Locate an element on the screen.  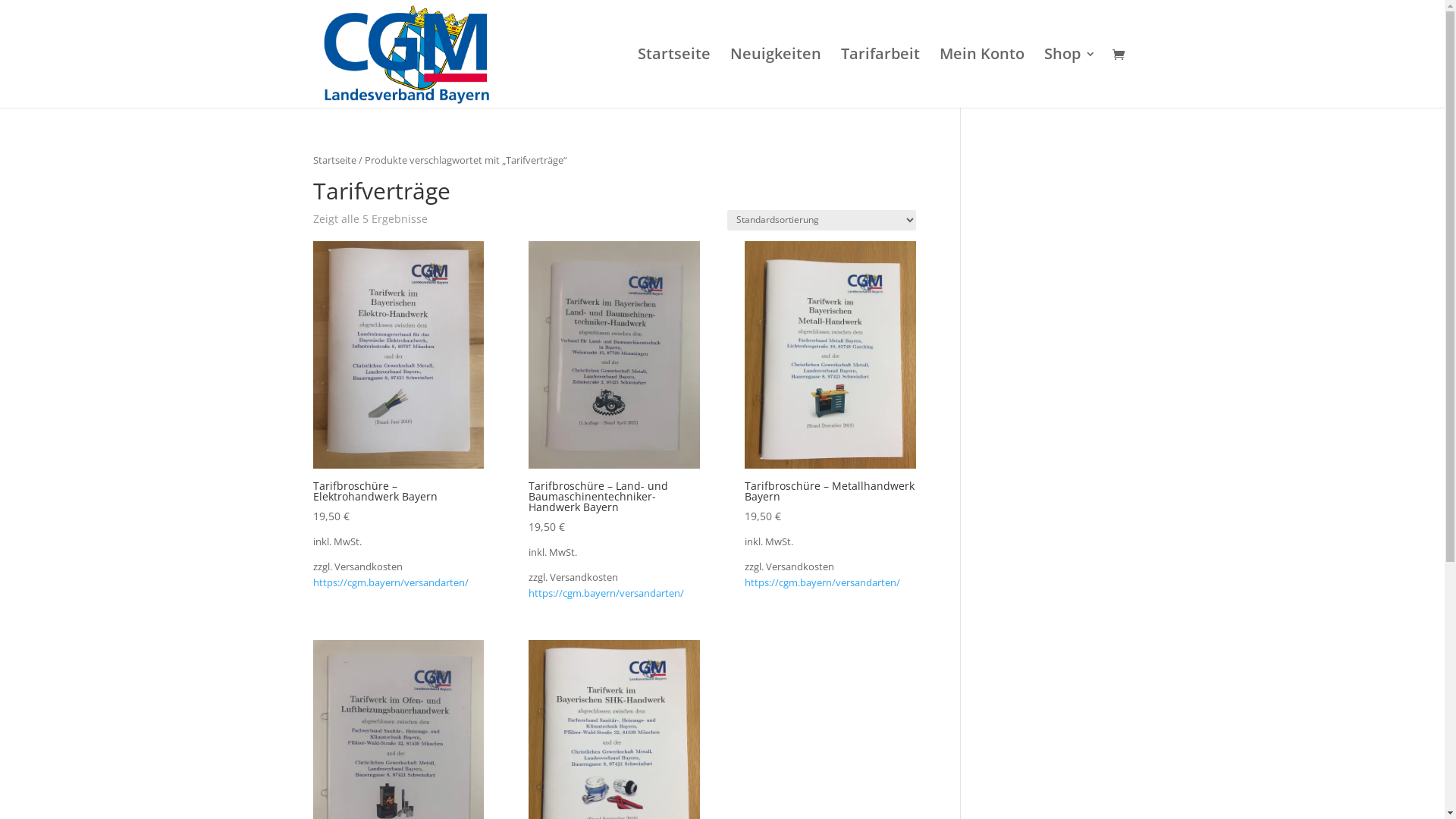
'Tarifarbeit' is located at coordinates (880, 78).